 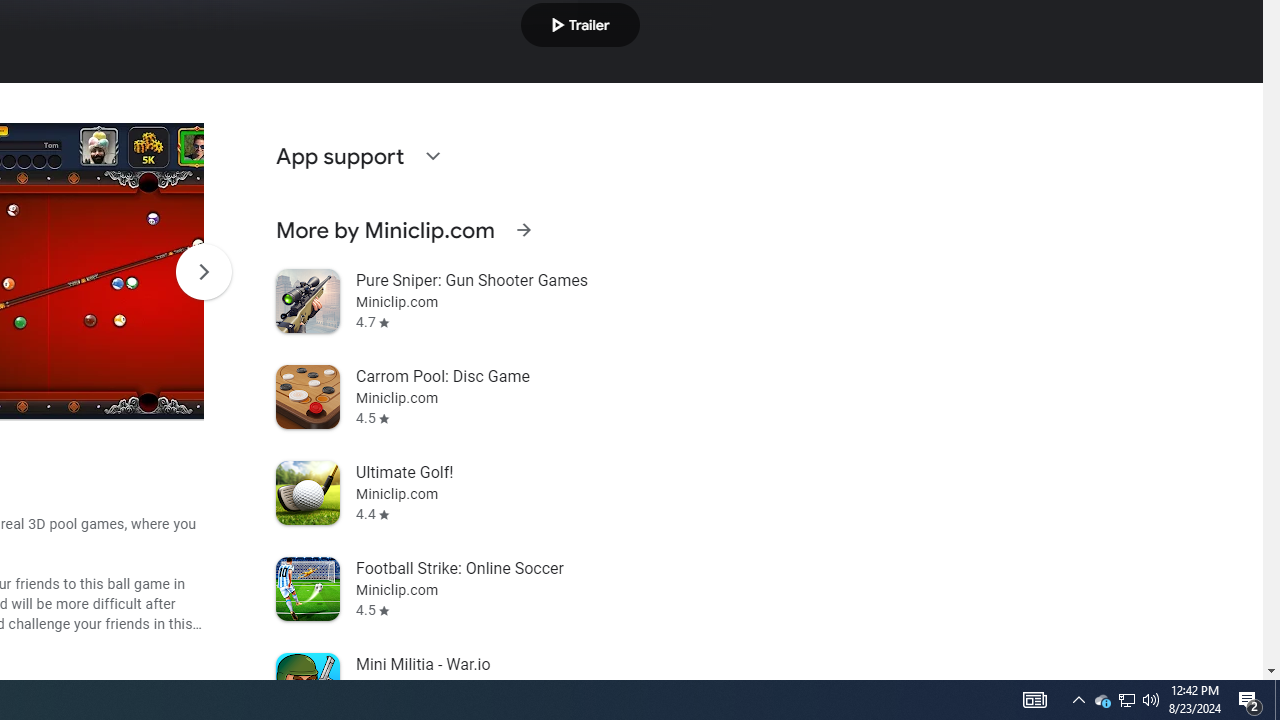 What do you see at coordinates (579, 24) in the screenshot?
I see `'Play trailer'` at bounding box center [579, 24].